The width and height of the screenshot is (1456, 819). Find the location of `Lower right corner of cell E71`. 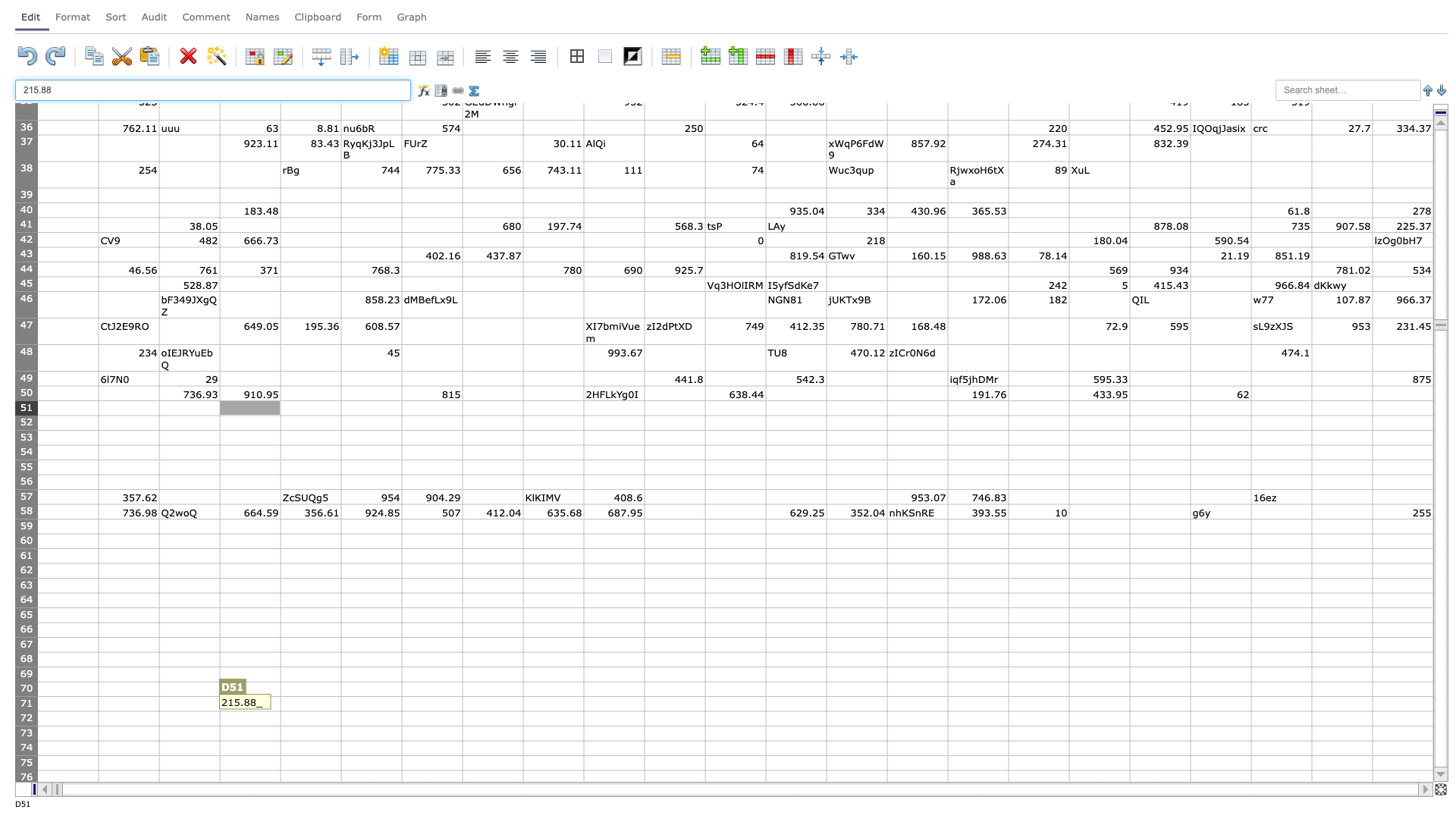

Lower right corner of cell E71 is located at coordinates (340, 711).